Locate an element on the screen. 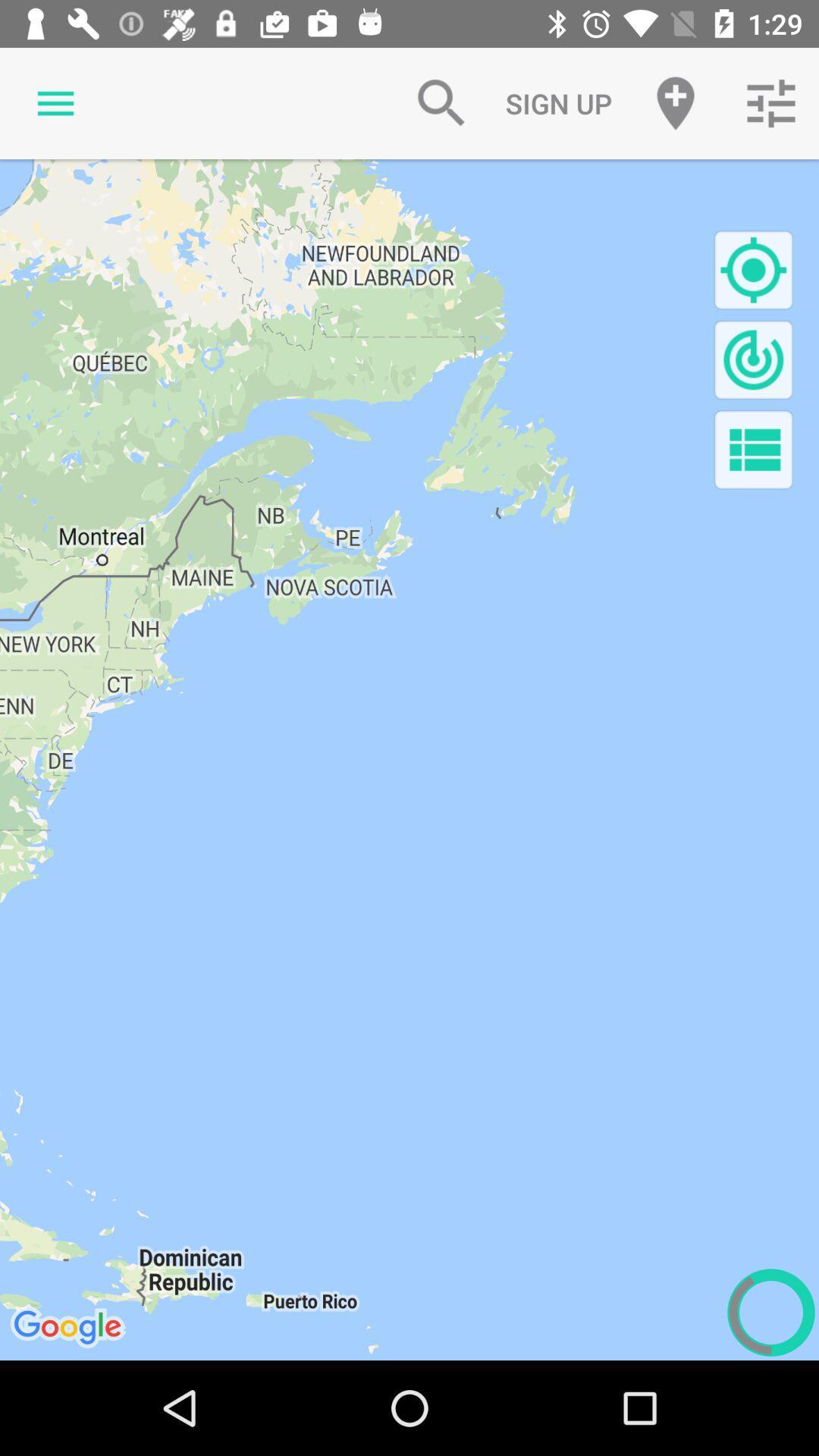 This screenshot has height=1456, width=819. menu is located at coordinates (753, 449).